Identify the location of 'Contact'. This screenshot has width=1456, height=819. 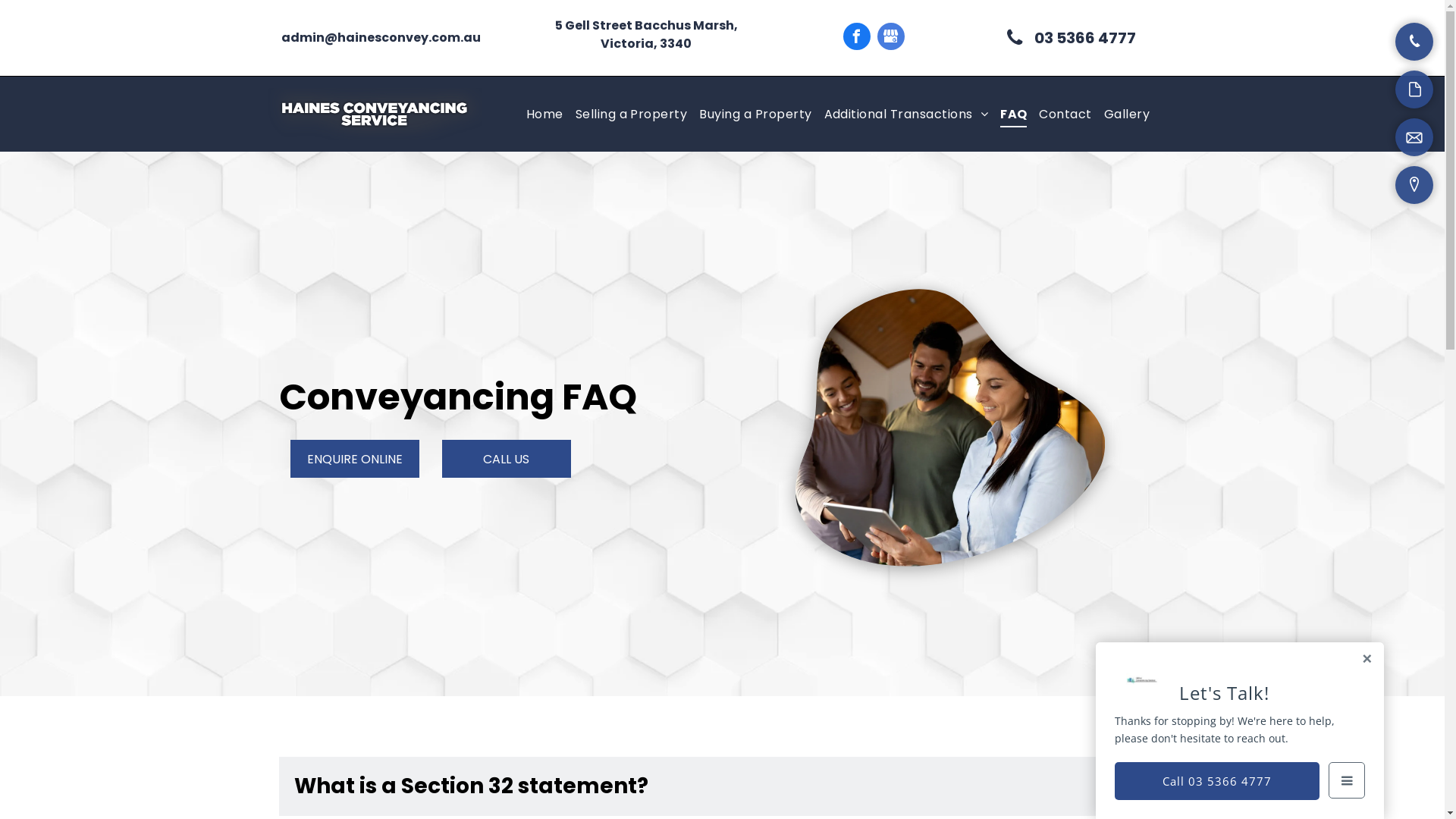
(1064, 113).